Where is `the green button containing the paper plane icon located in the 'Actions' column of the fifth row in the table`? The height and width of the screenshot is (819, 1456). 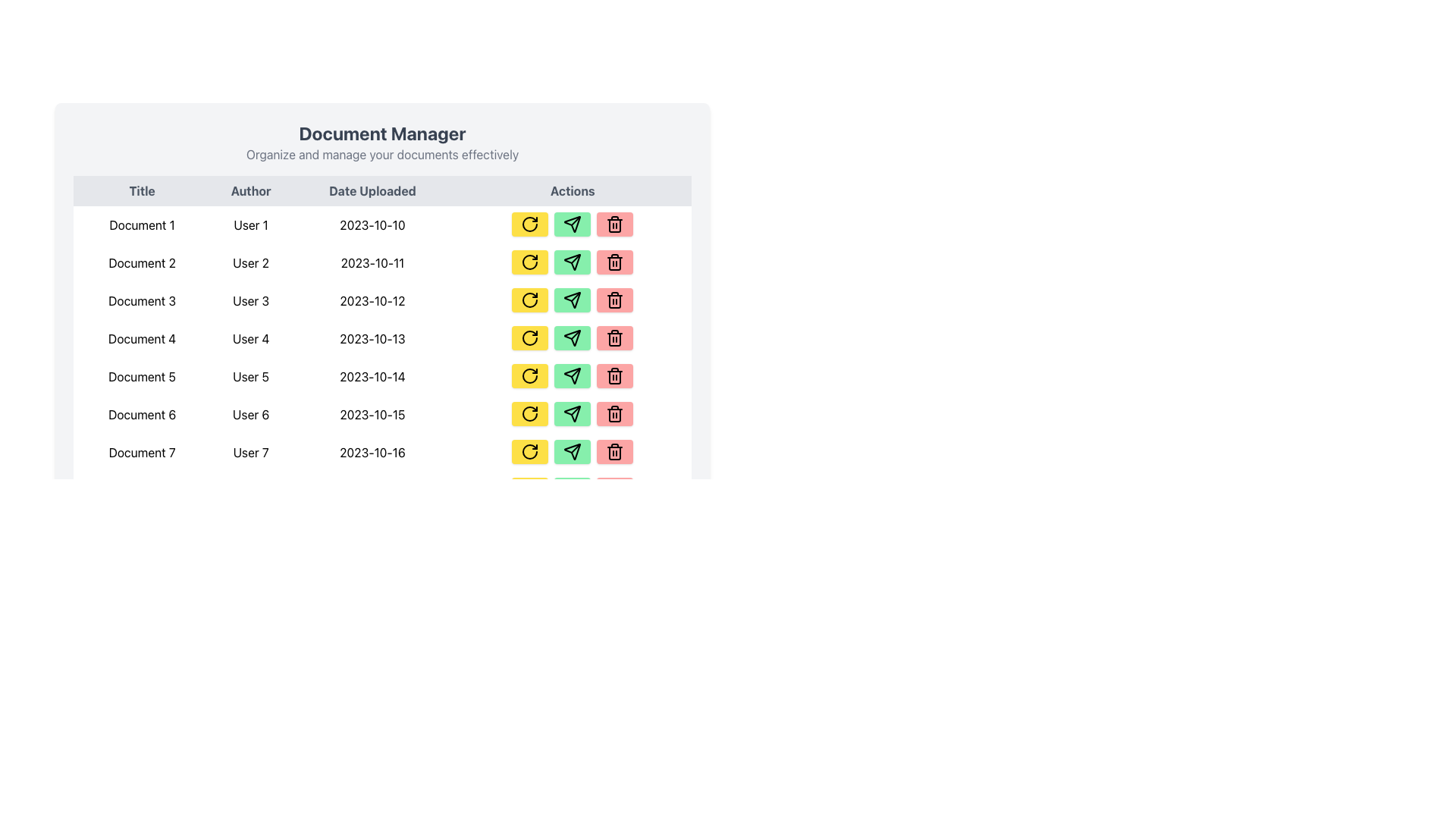 the green button containing the paper plane icon located in the 'Actions' column of the fifth row in the table is located at coordinates (575, 258).